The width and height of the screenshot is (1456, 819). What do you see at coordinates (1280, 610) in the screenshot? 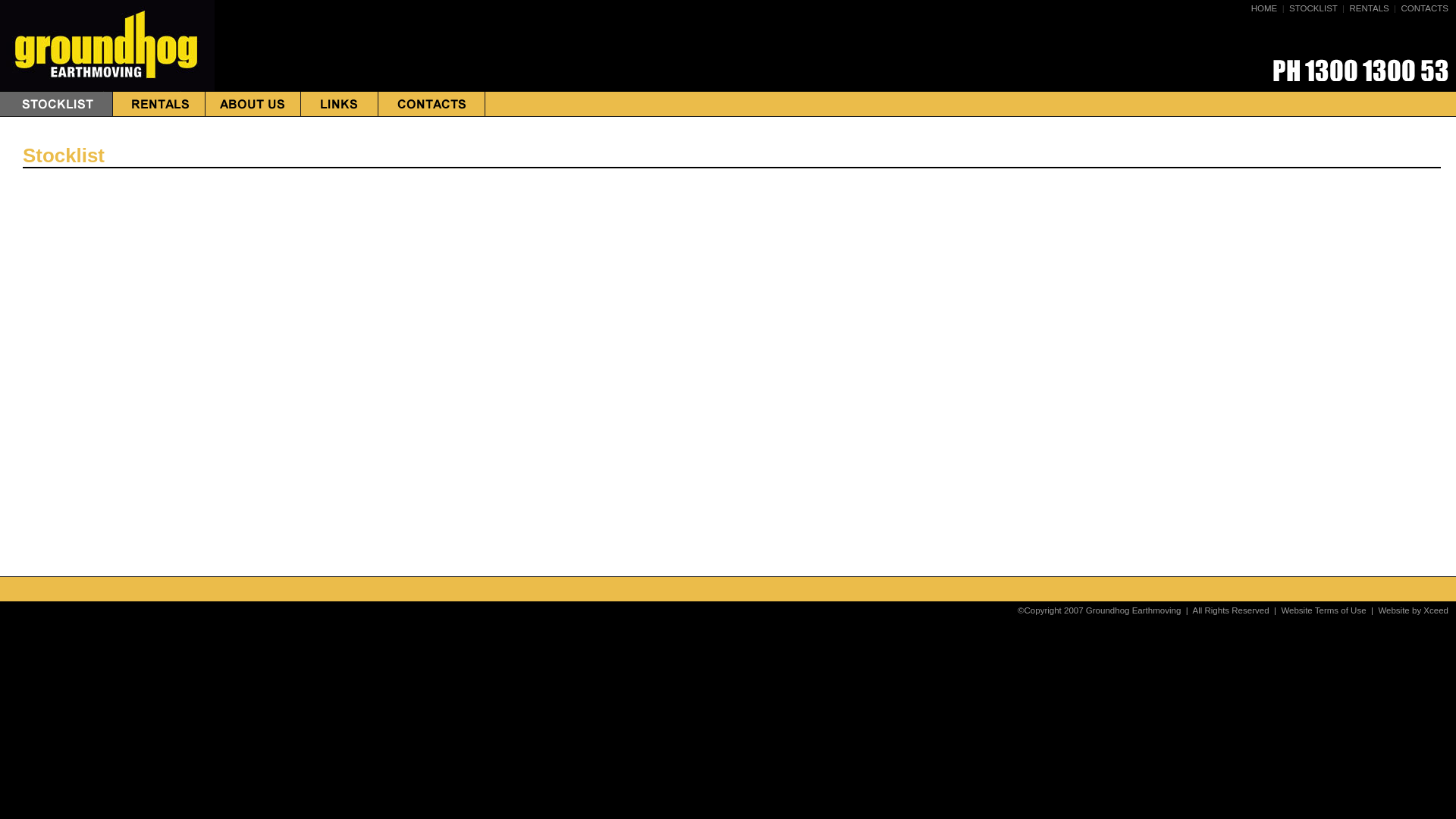
I see `'Website Terms of Use'` at bounding box center [1280, 610].